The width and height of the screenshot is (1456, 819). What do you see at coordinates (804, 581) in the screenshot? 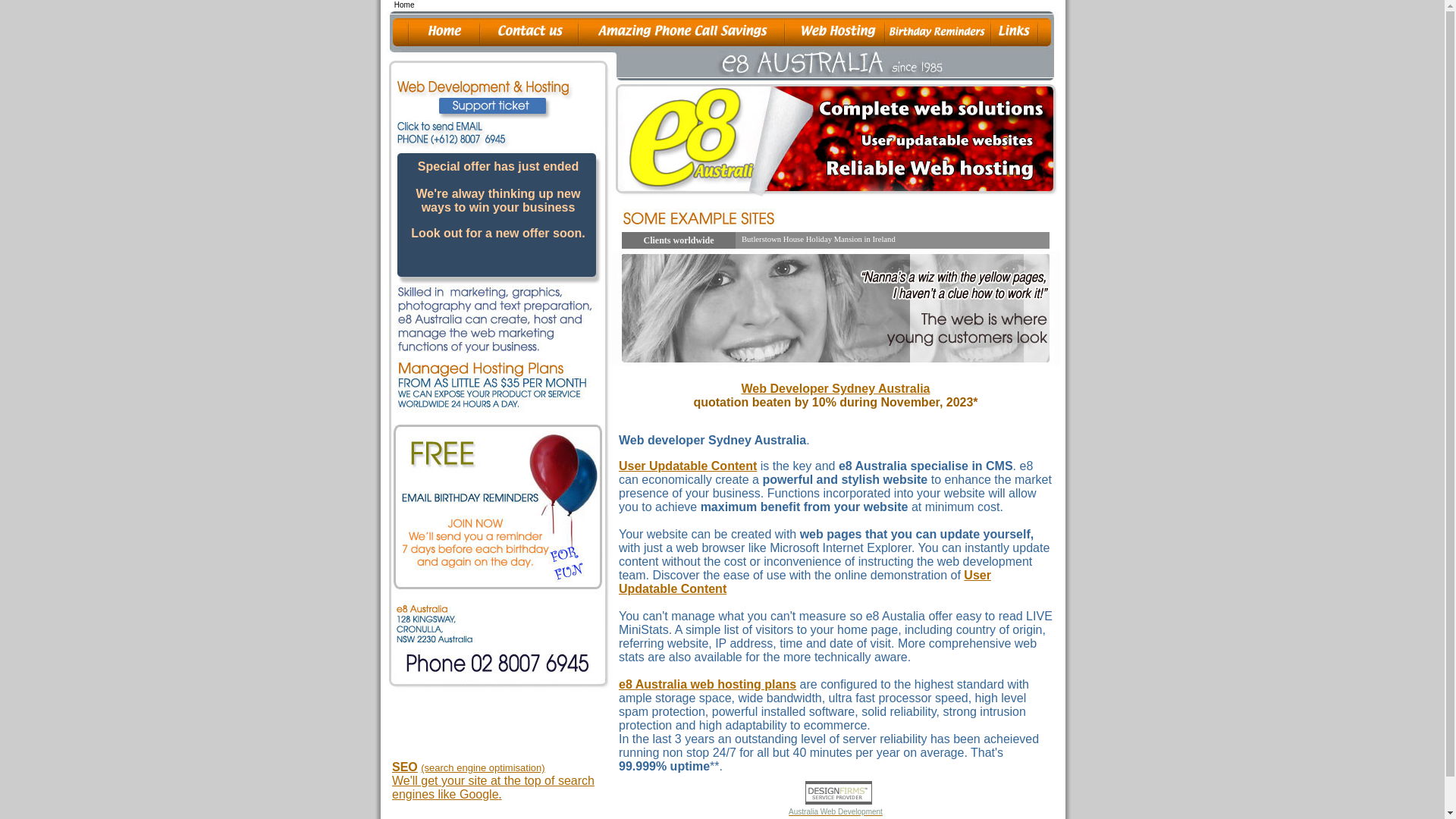
I see `'User Updatable Content'` at bounding box center [804, 581].